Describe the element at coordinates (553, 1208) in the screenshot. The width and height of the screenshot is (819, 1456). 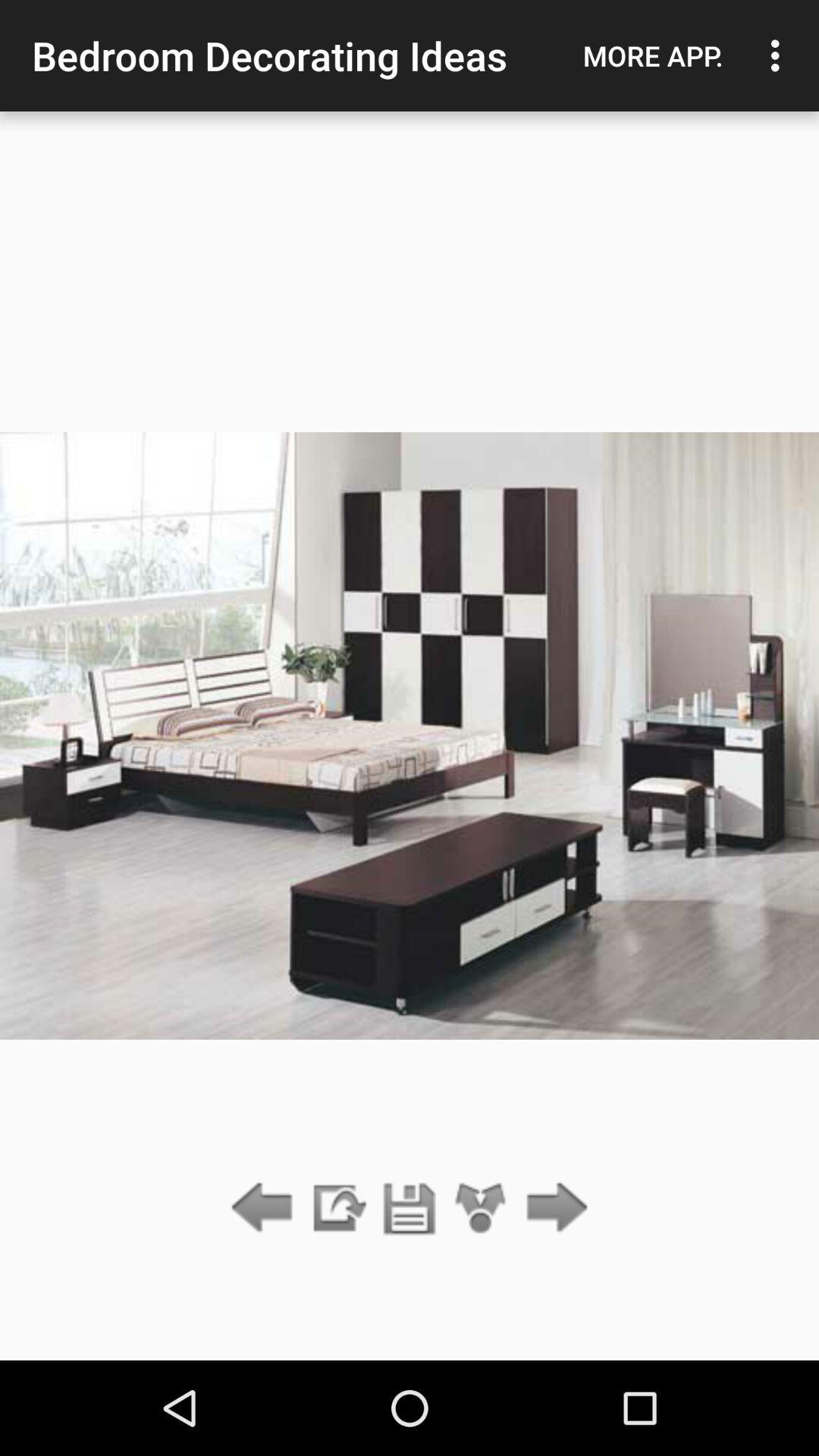
I see `the arrow_forward icon` at that location.